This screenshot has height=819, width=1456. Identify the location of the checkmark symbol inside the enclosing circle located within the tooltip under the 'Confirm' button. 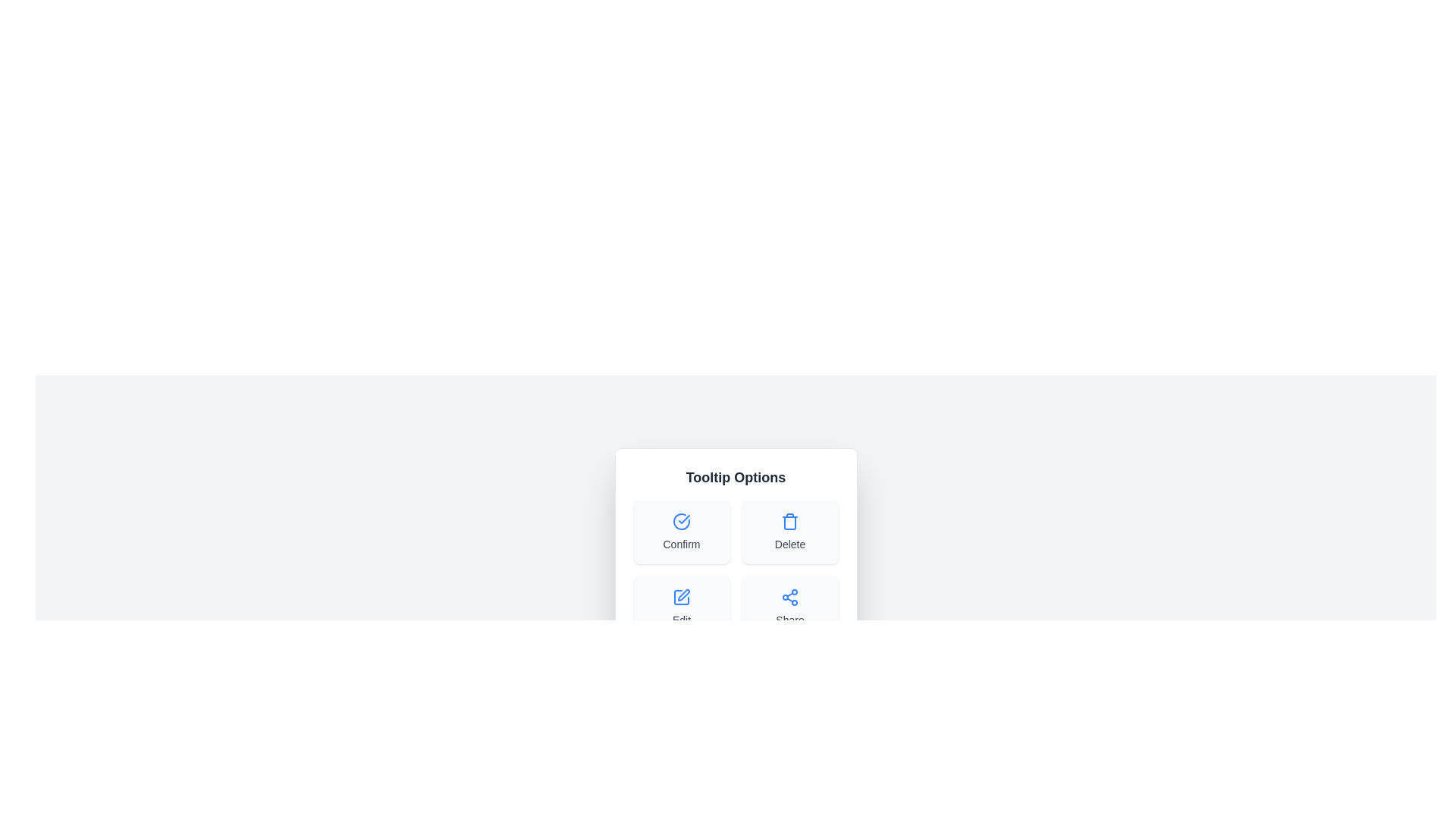
(683, 519).